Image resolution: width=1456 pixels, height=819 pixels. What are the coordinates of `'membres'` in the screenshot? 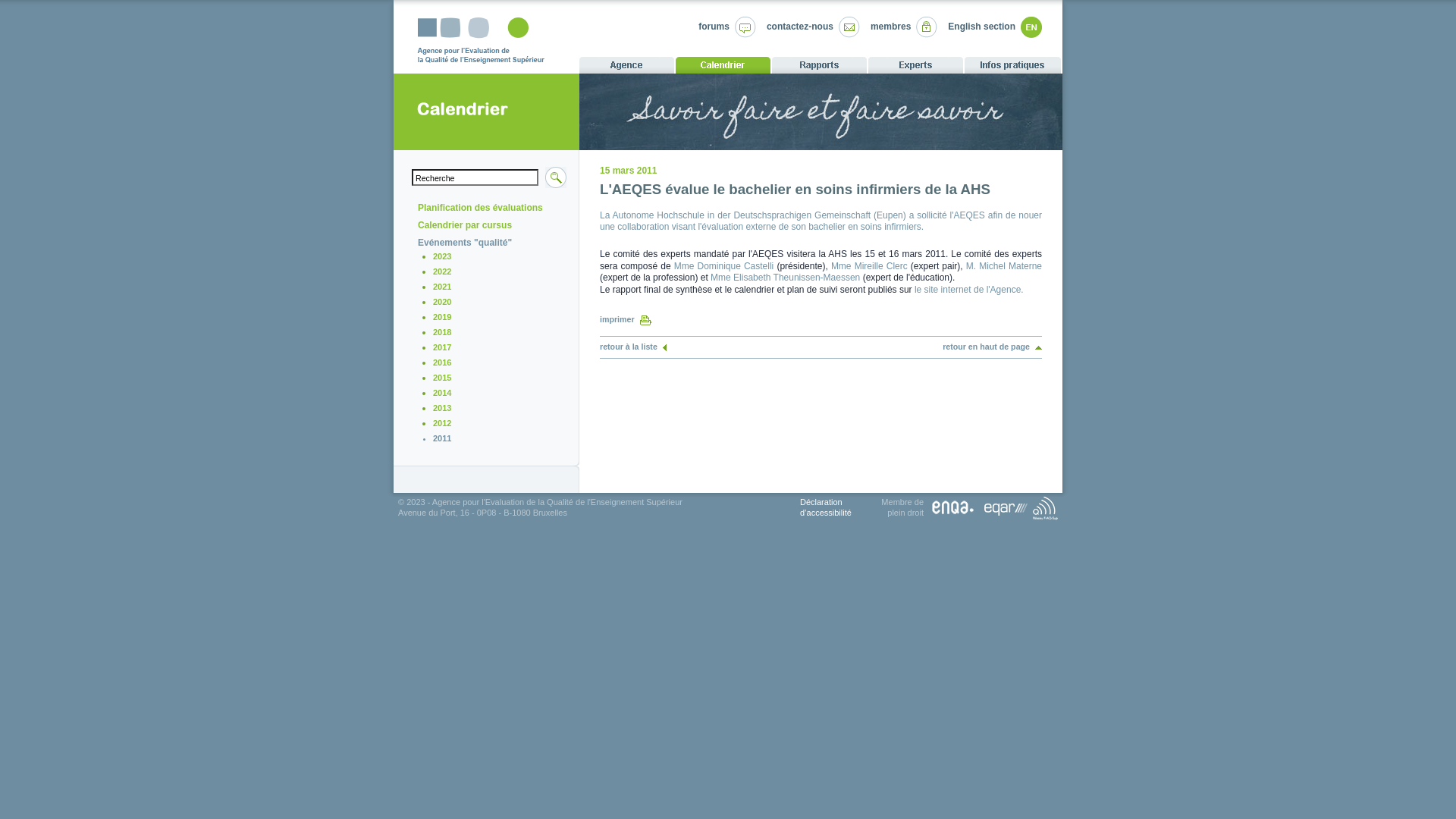 It's located at (890, 26).